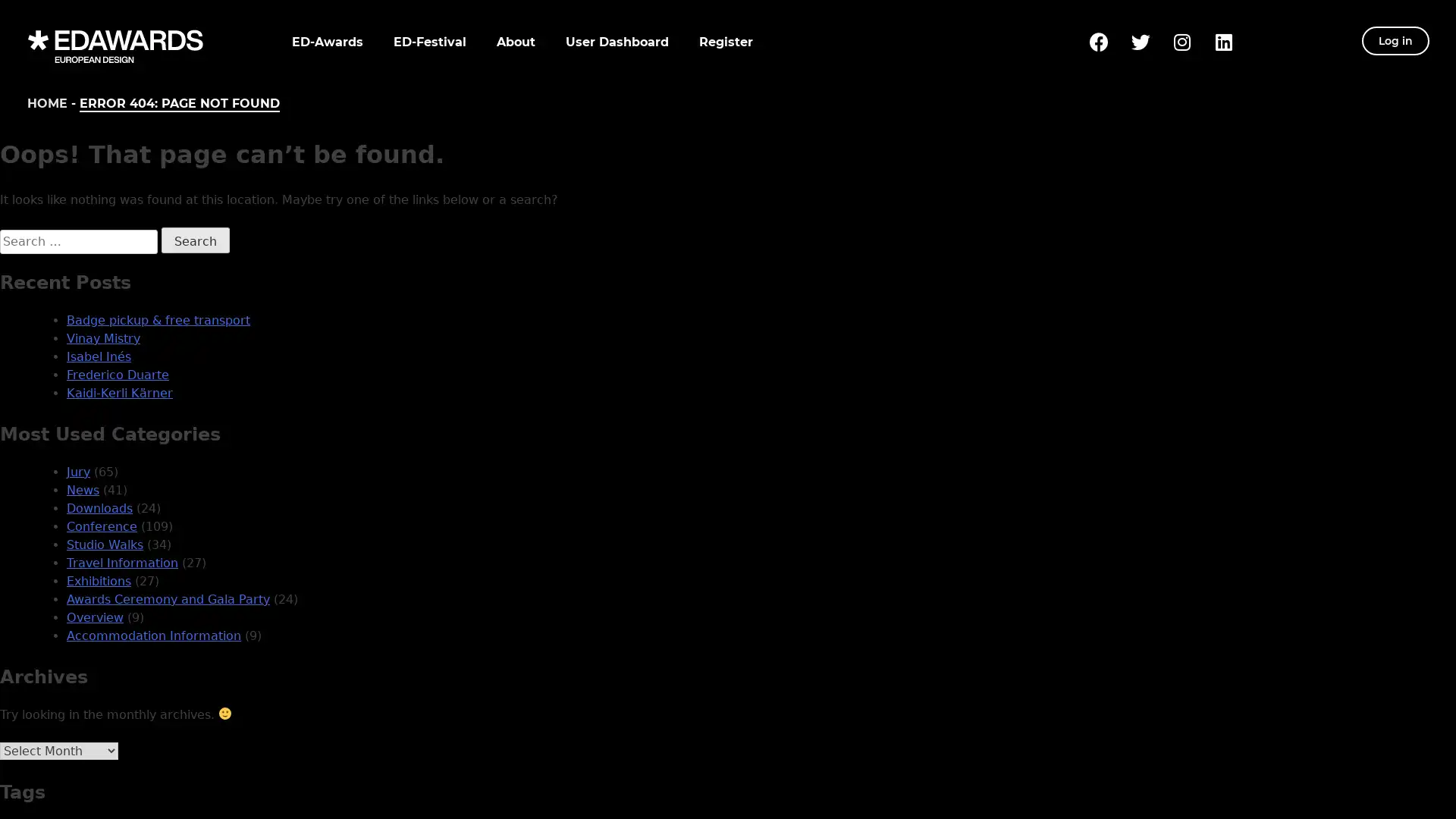 This screenshot has width=1456, height=819. What do you see at coordinates (195, 239) in the screenshot?
I see `Search` at bounding box center [195, 239].